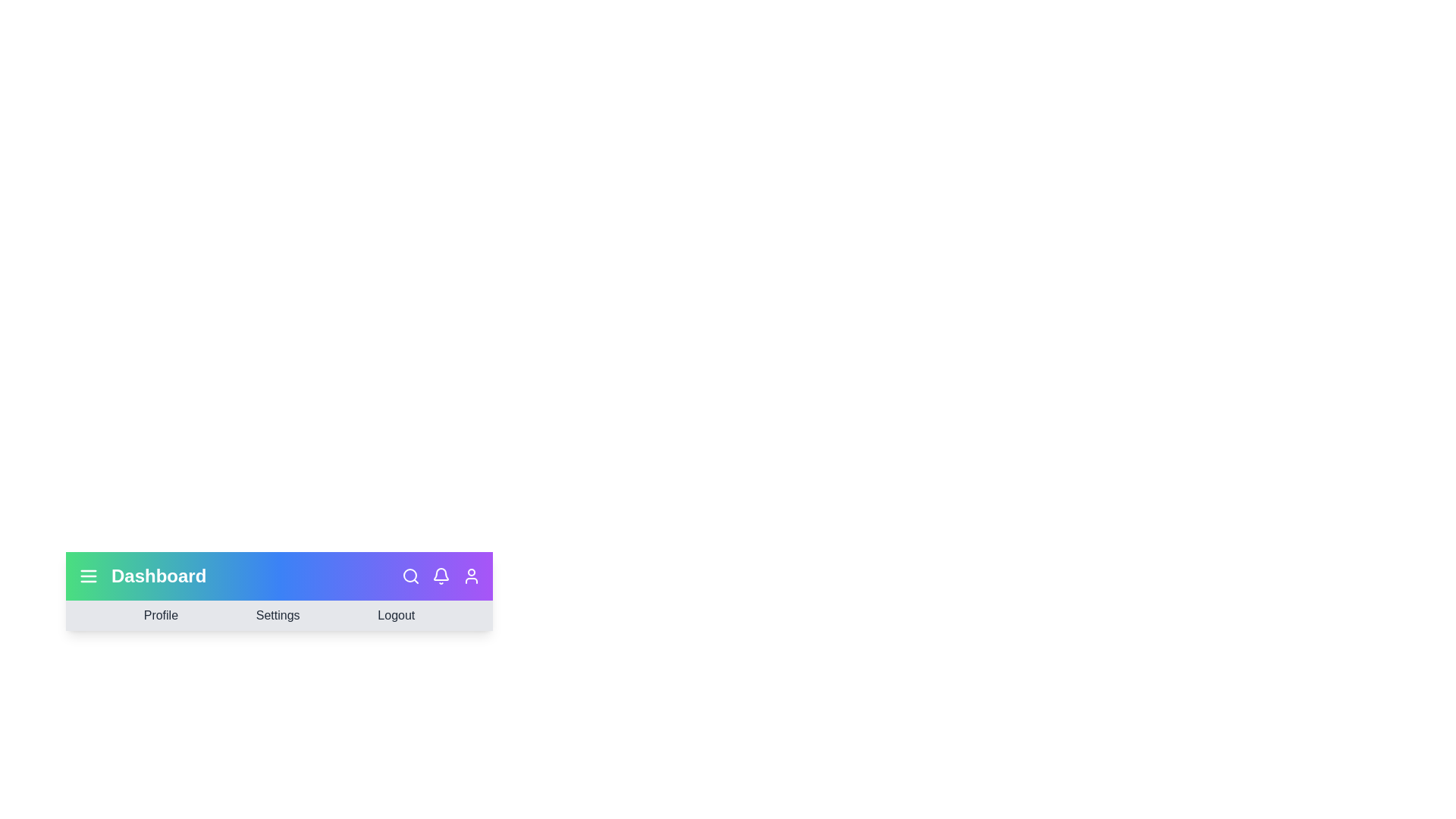 The image size is (1456, 819). I want to click on the 'Settings' menu item, so click(278, 616).